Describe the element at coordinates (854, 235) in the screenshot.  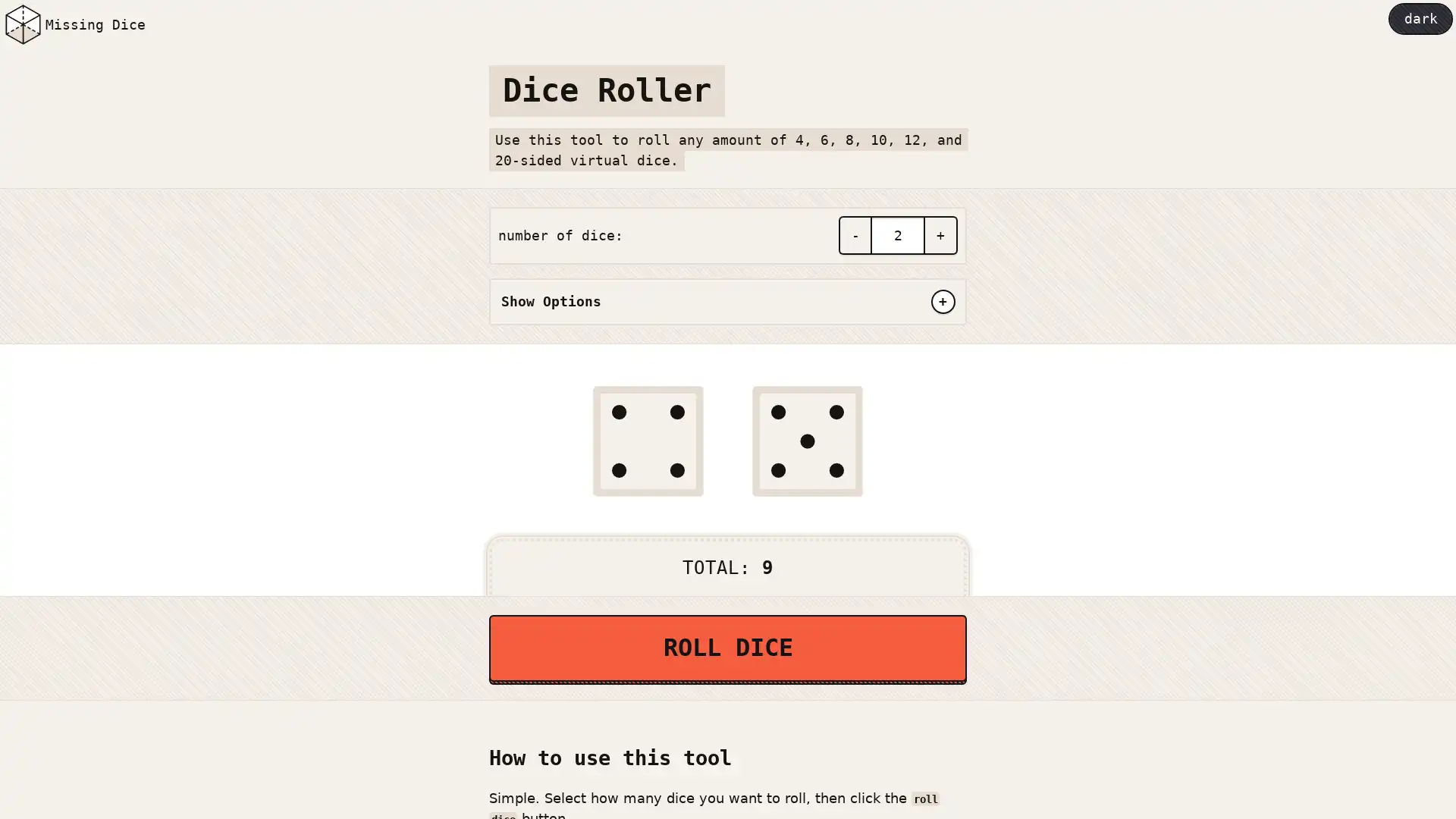
I see `minus 1` at that location.